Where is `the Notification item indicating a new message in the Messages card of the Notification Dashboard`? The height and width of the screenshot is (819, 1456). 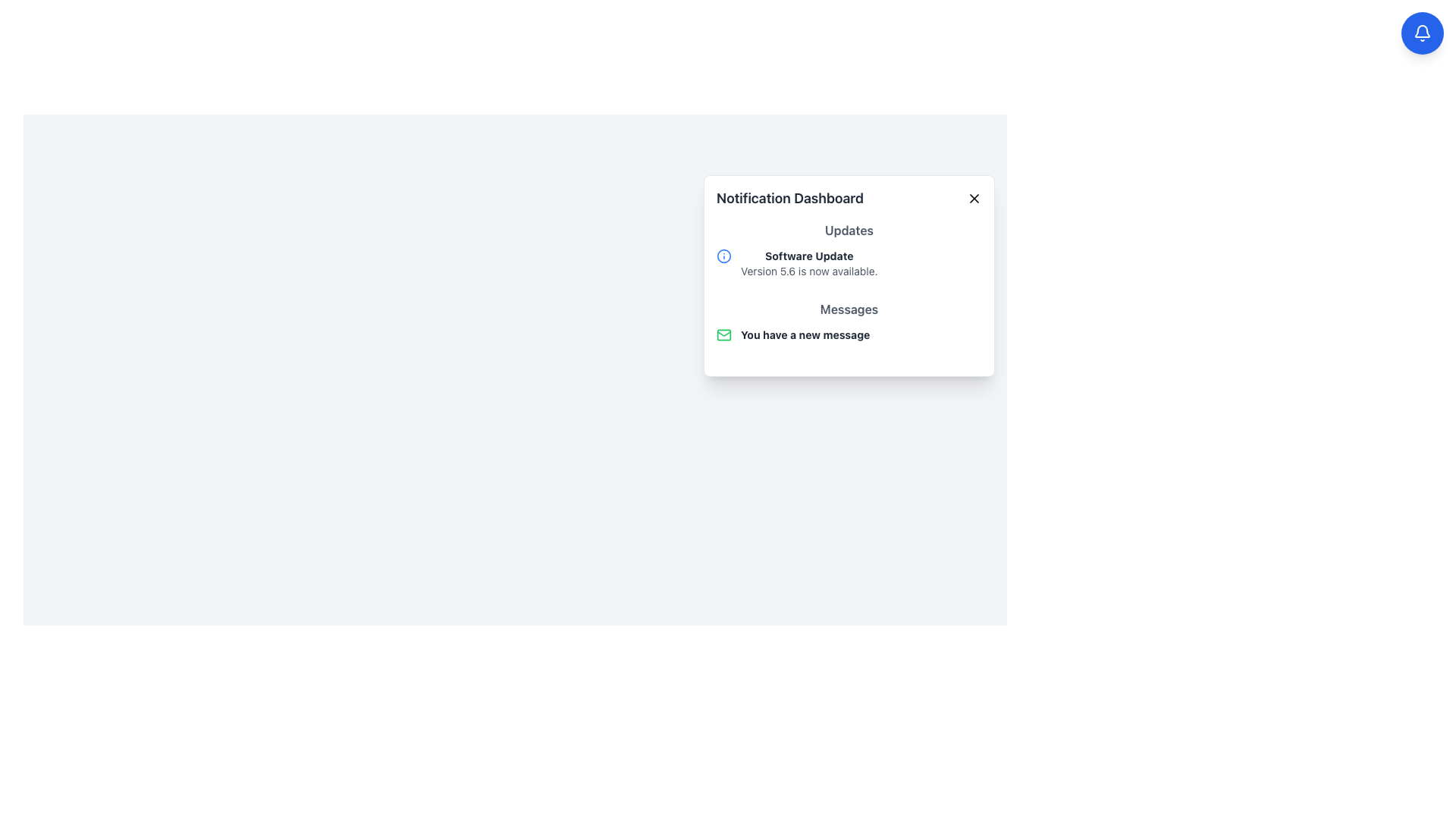 the Notification item indicating a new message in the Messages card of the Notification Dashboard is located at coordinates (848, 334).